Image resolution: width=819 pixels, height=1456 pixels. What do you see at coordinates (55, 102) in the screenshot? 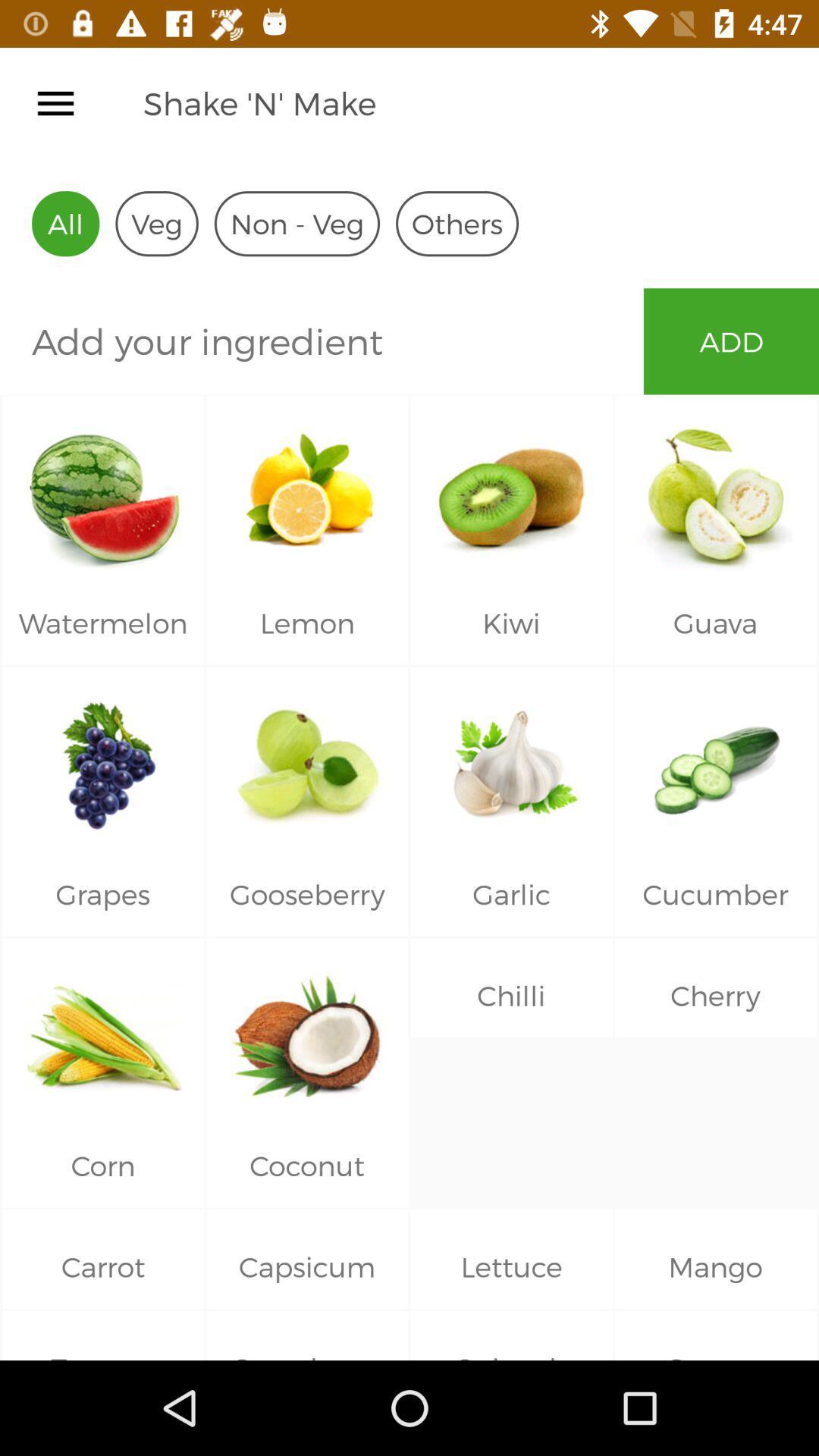
I see `the menu icon` at bounding box center [55, 102].